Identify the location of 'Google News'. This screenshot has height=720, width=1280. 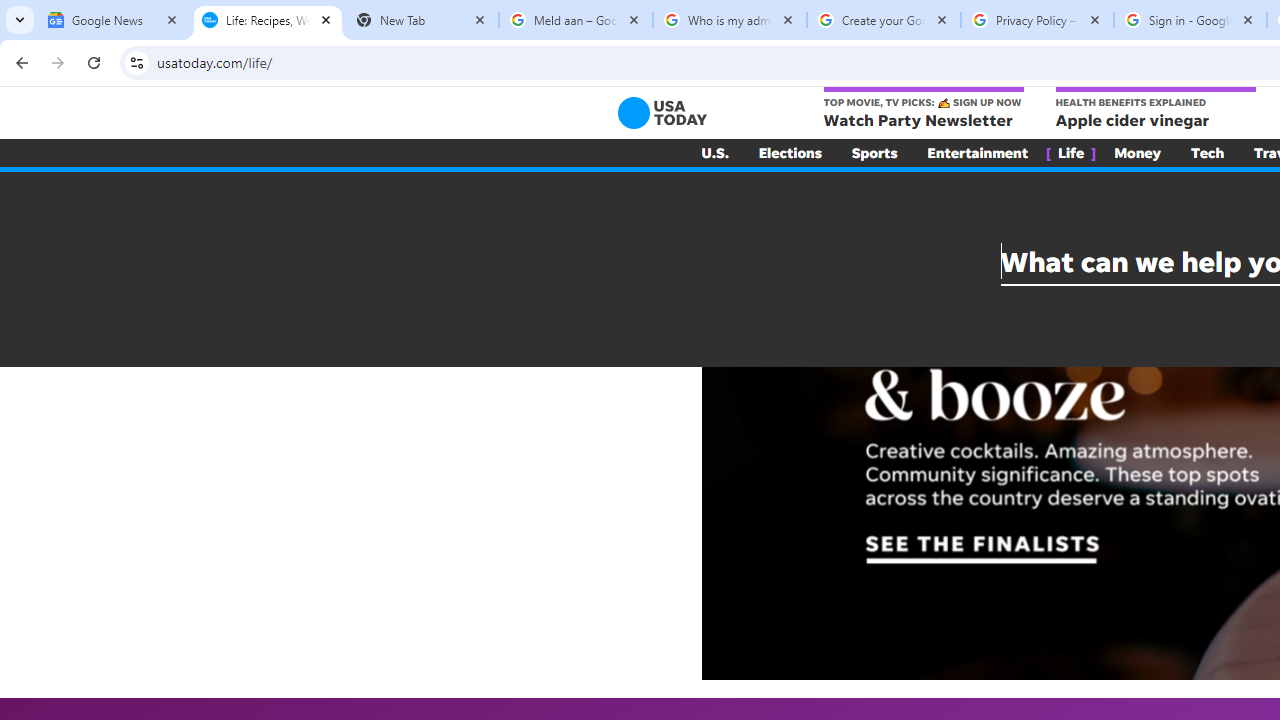
(112, 20).